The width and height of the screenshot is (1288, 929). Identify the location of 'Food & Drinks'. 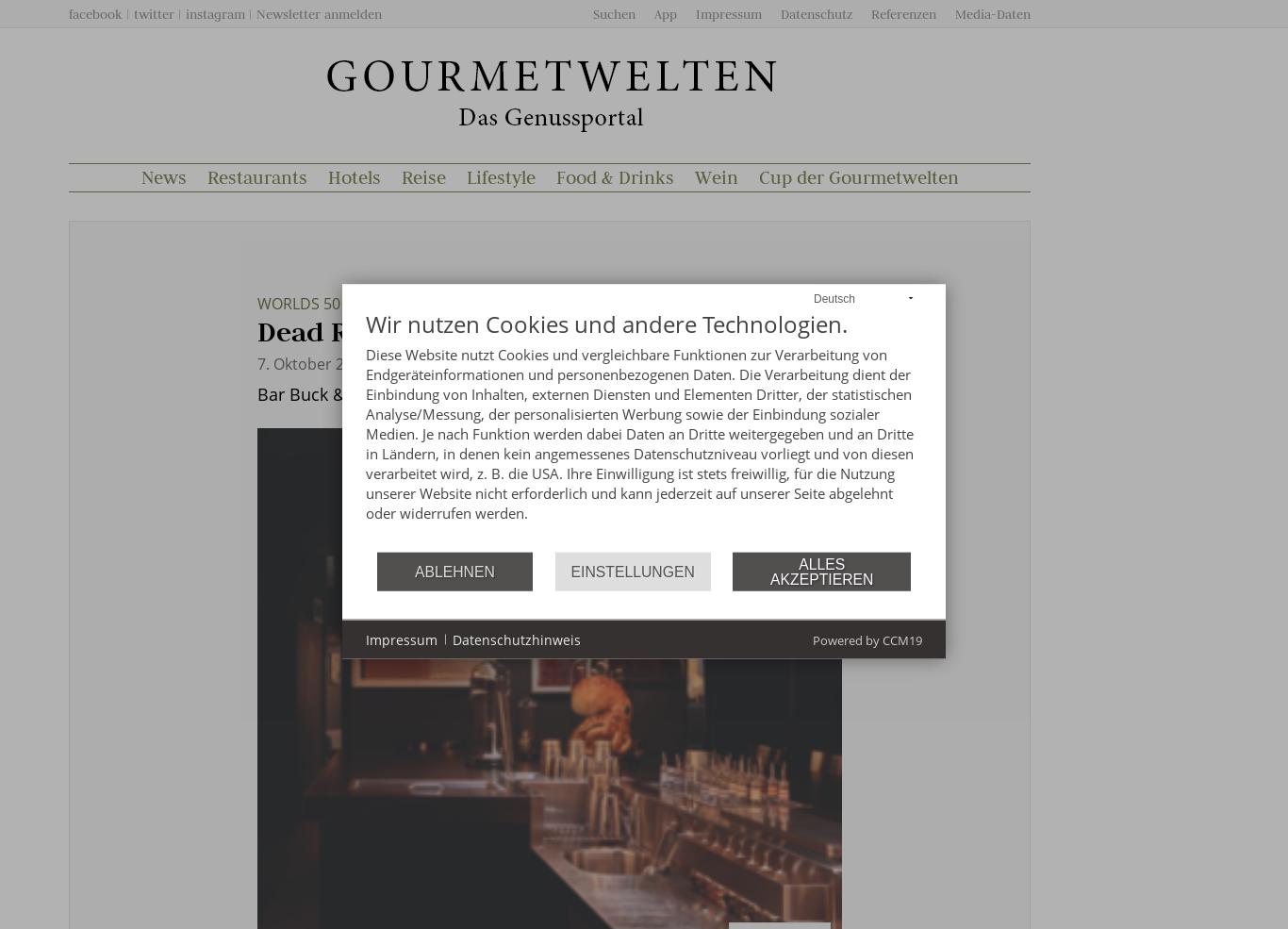
(613, 177).